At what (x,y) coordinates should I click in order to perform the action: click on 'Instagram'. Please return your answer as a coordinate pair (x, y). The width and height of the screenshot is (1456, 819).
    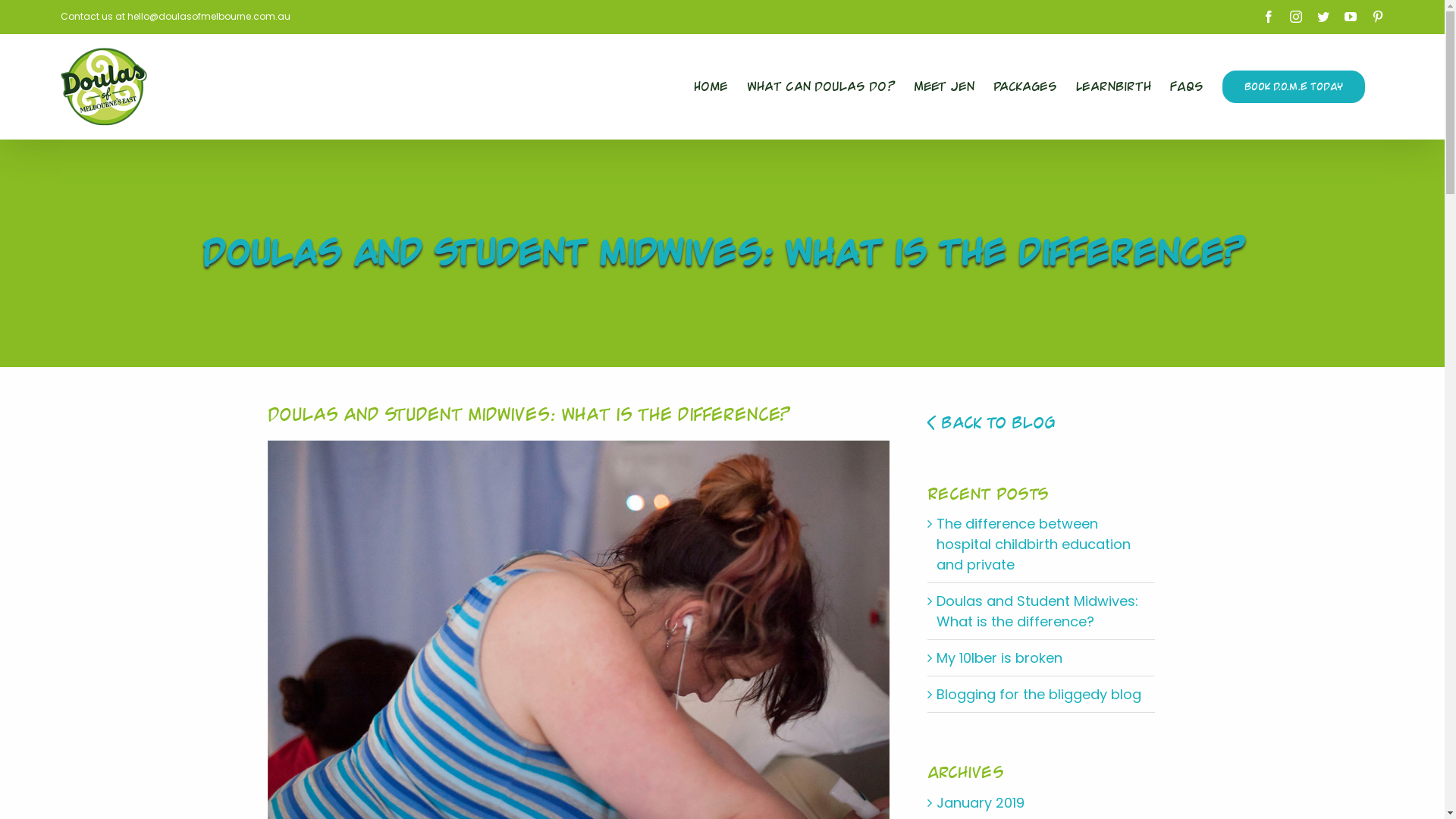
    Looking at the image, I should click on (1294, 17).